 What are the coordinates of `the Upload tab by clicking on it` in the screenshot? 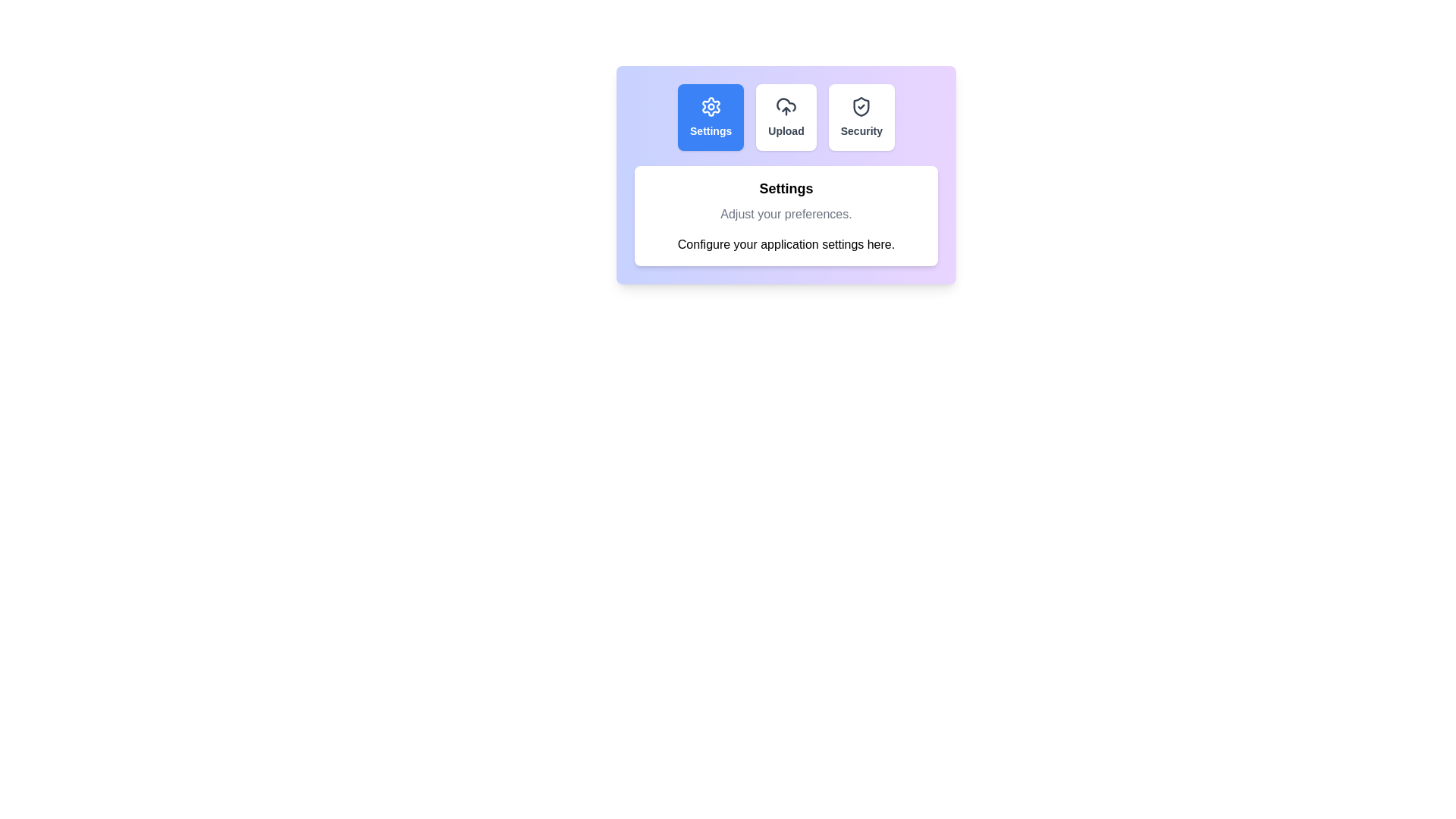 It's located at (786, 116).